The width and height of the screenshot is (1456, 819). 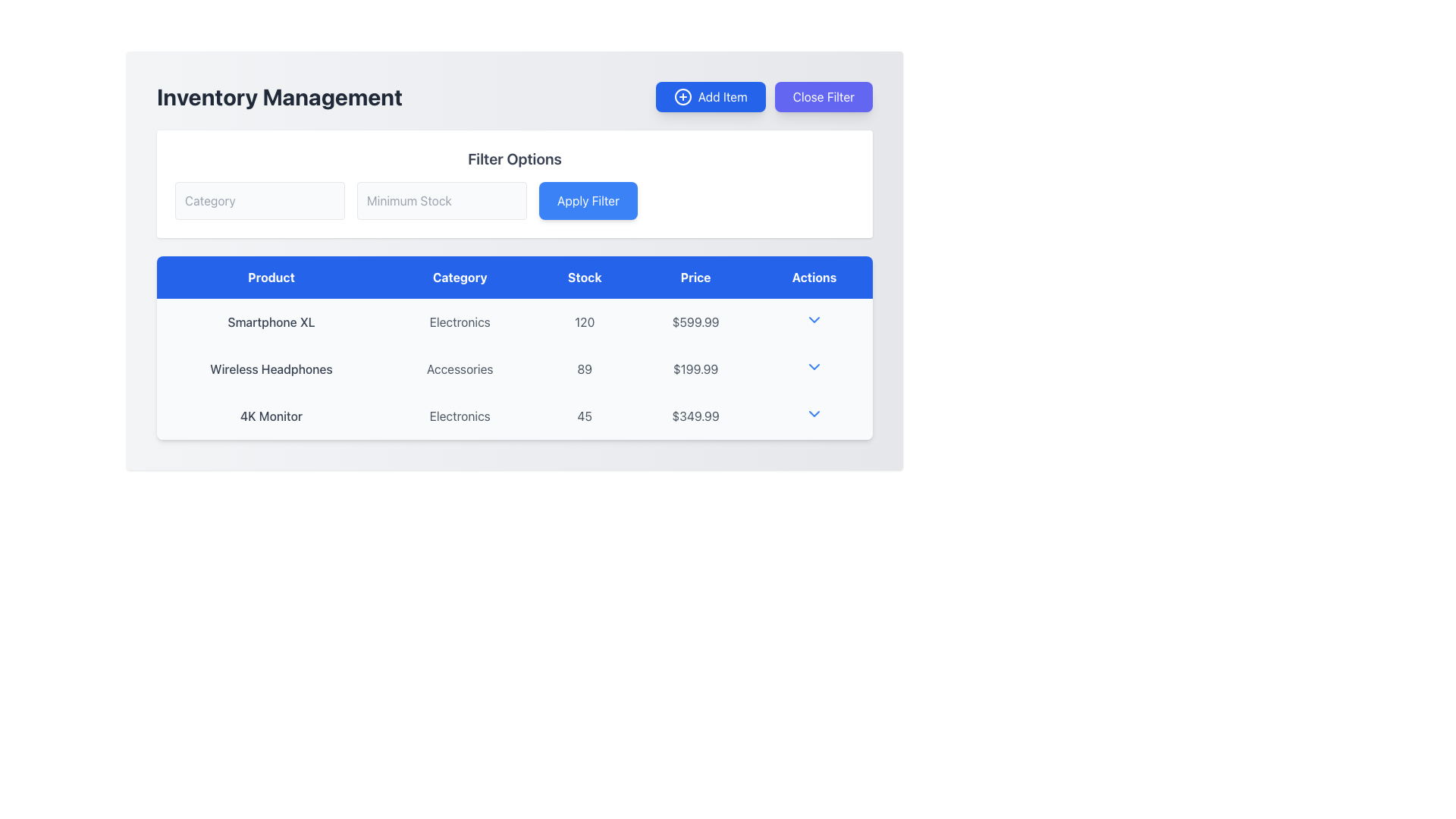 I want to click on stock quantity text for the product 'Smartphone XL', which is located in the third column labeled 'Stock' within the 'Inventory Management' section, so click(x=584, y=321).